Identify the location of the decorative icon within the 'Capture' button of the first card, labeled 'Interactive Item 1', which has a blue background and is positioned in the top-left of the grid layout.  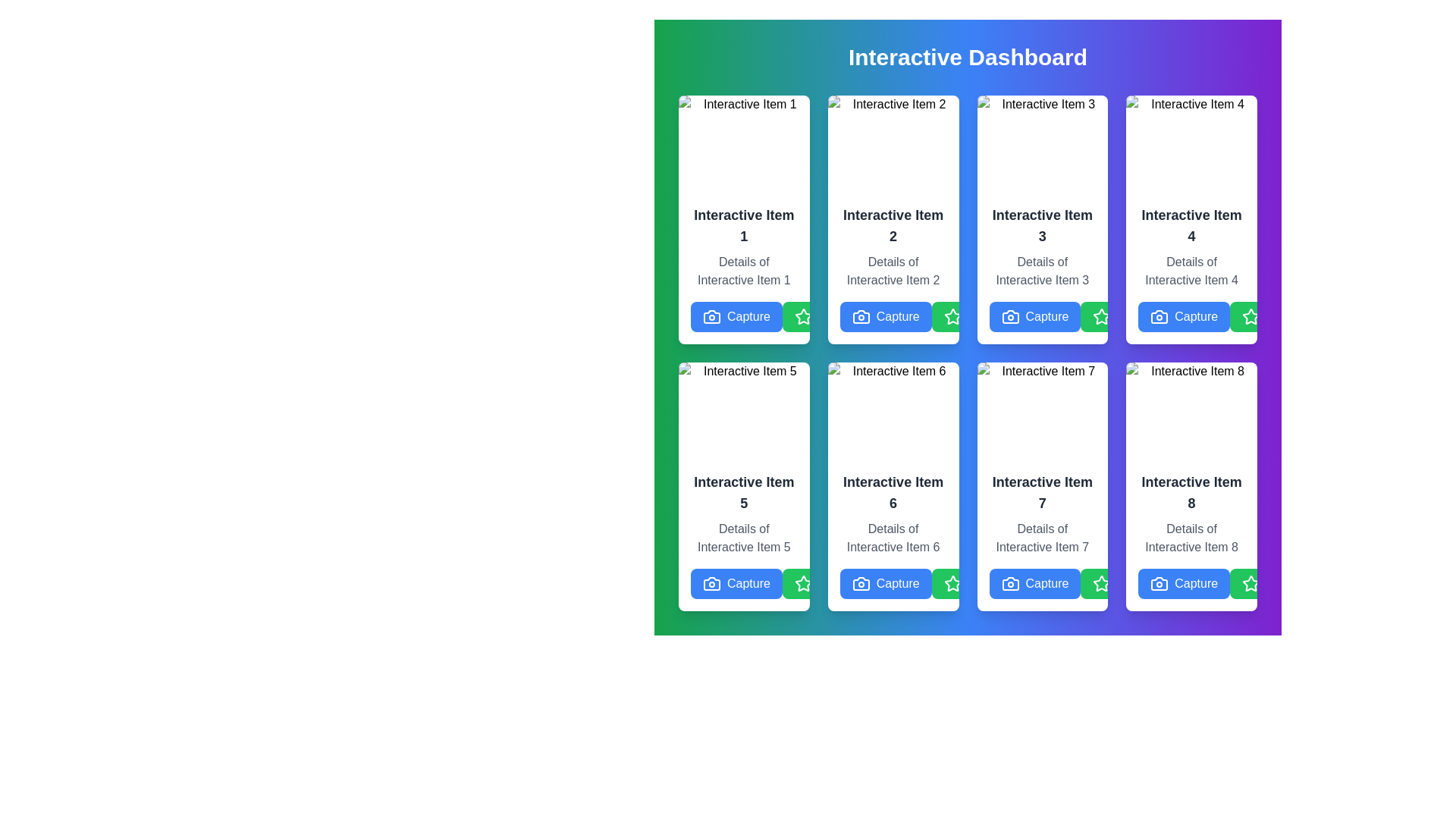
(711, 315).